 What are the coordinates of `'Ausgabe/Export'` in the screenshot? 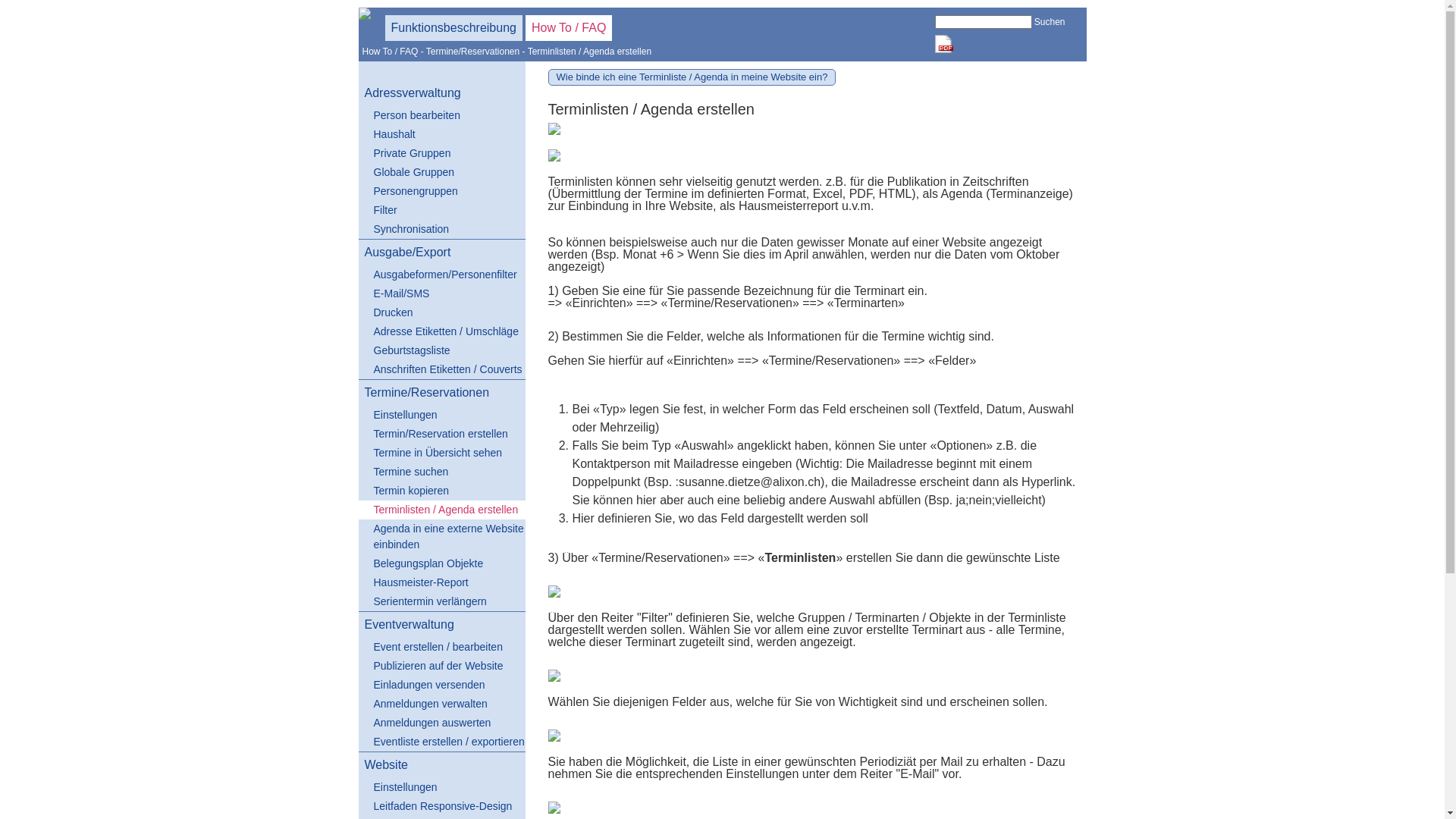 It's located at (440, 251).